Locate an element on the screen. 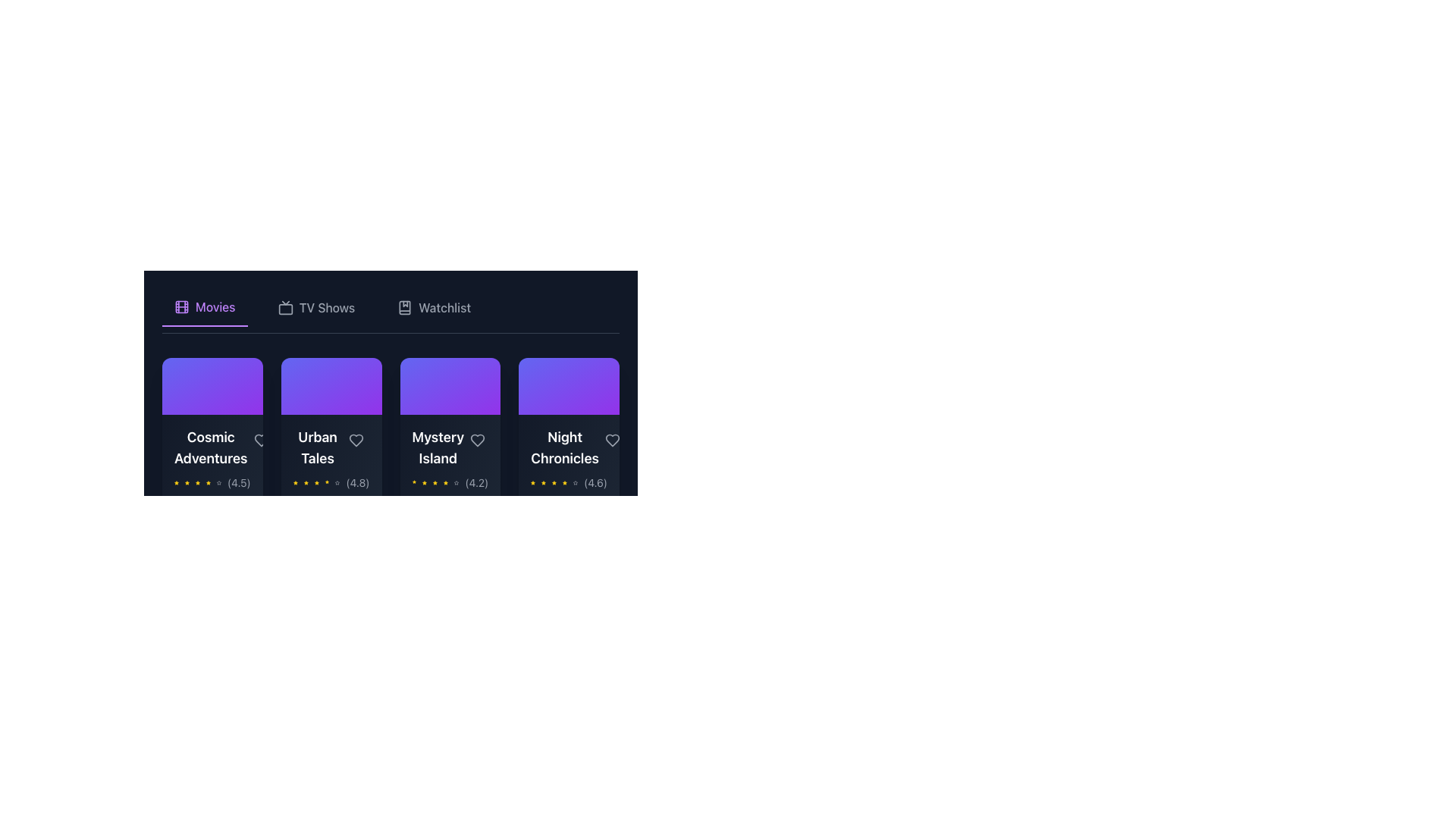 The width and height of the screenshot is (1456, 819). the 'Urban Tales' title text element is located at coordinates (331, 447).